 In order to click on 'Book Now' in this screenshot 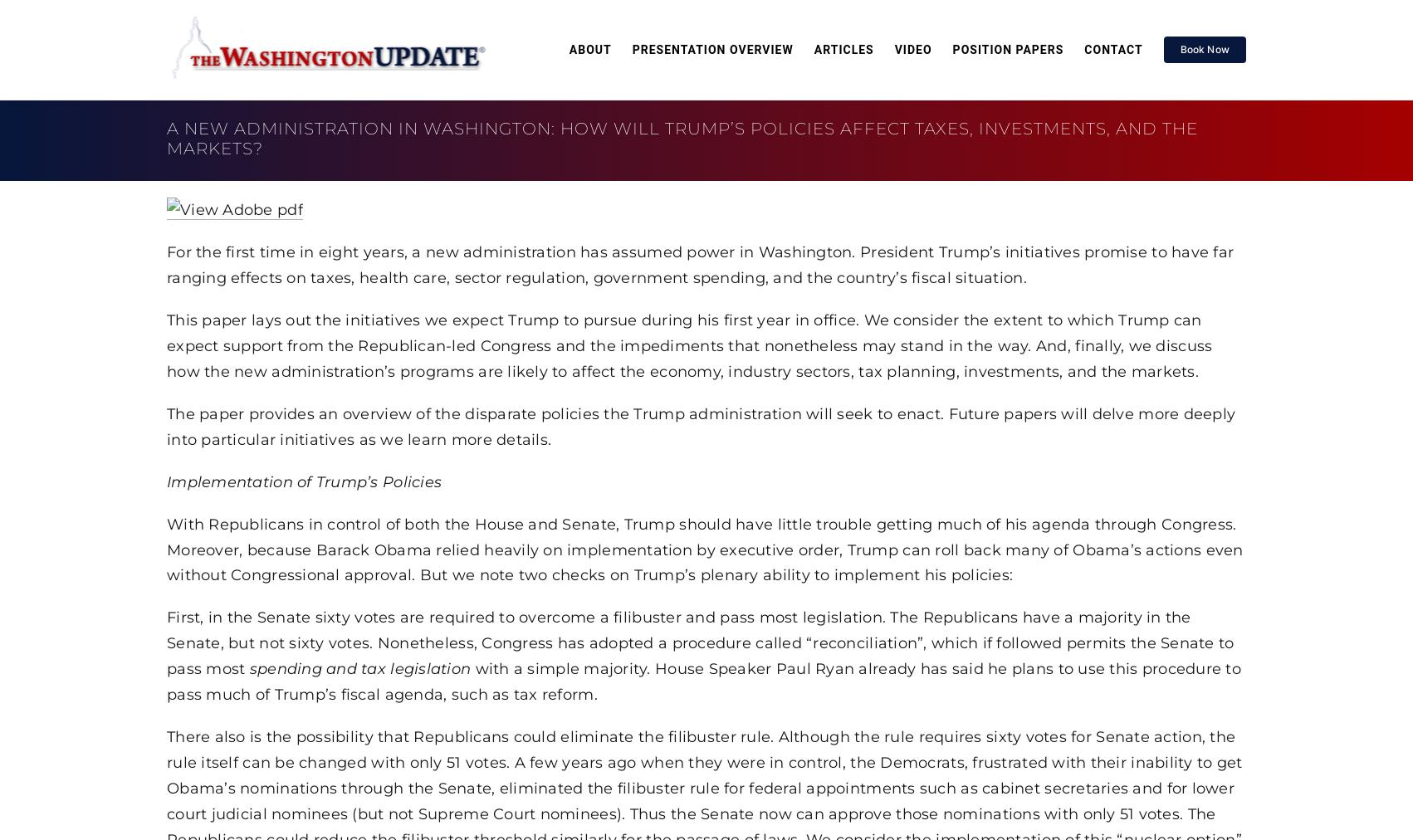, I will do `click(1204, 48)`.